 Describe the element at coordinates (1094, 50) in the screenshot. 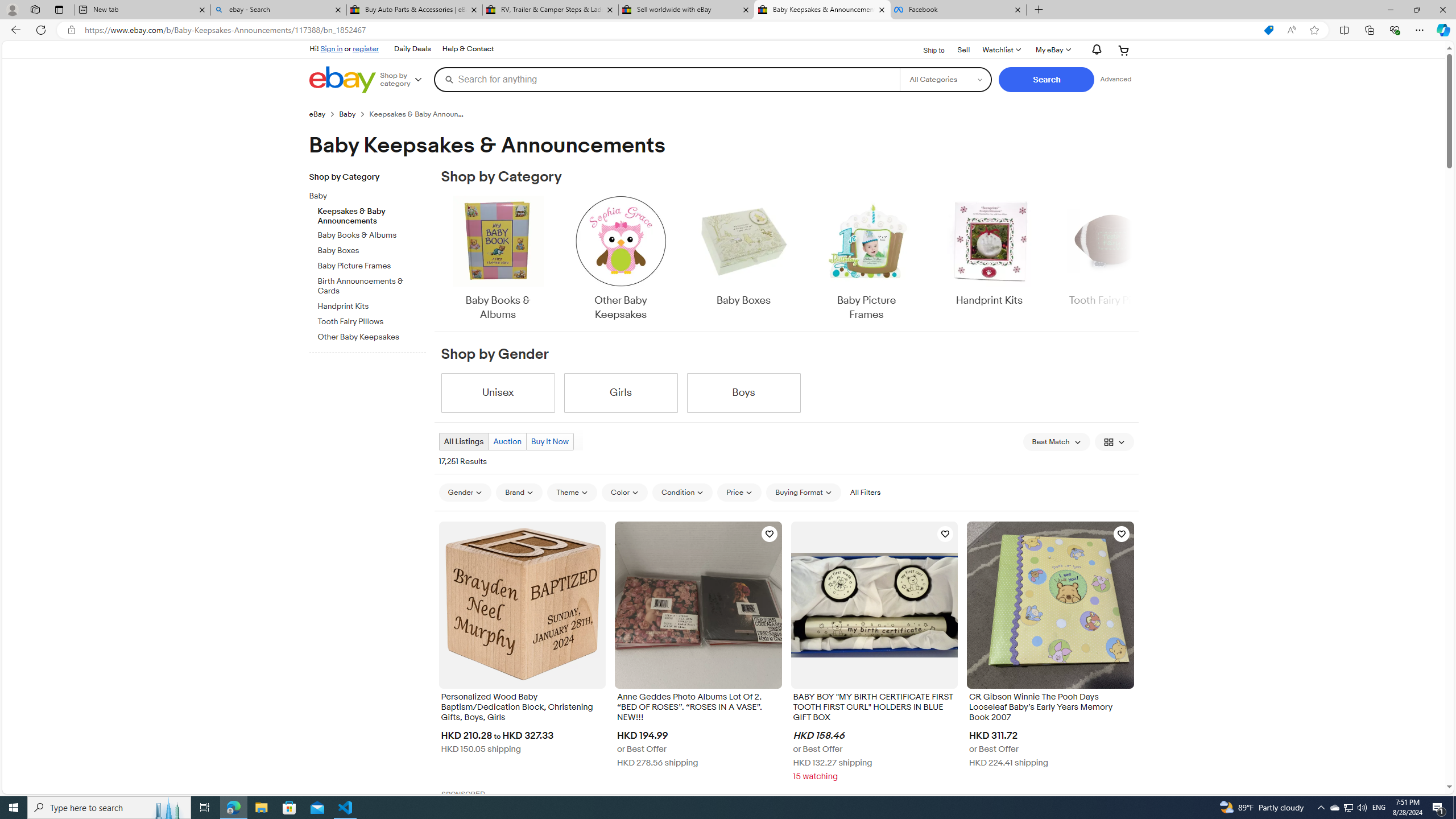

I see `'AutomationID: gh-eb-Alerts'` at that location.